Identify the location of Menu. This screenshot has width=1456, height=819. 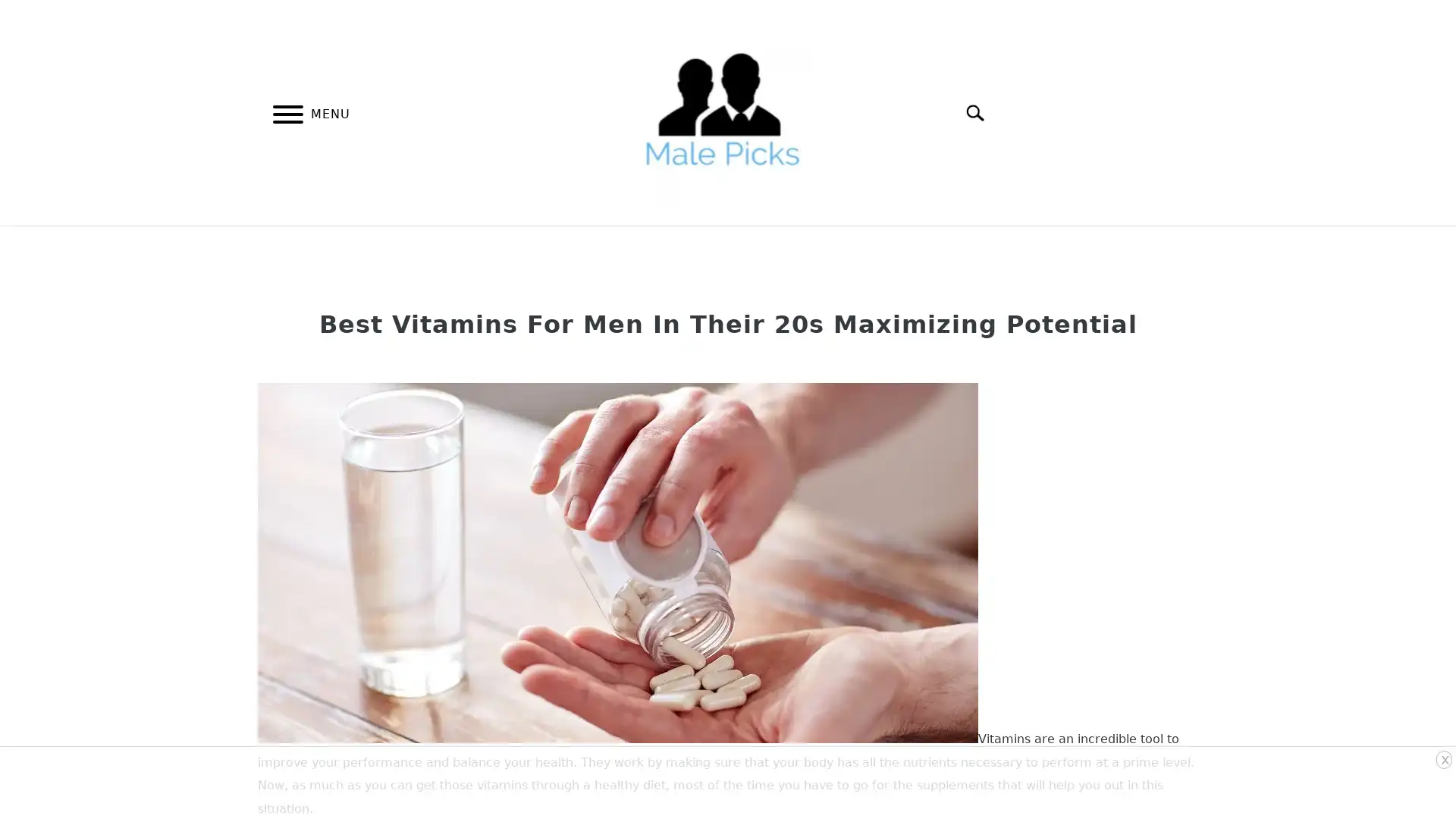
(287, 115).